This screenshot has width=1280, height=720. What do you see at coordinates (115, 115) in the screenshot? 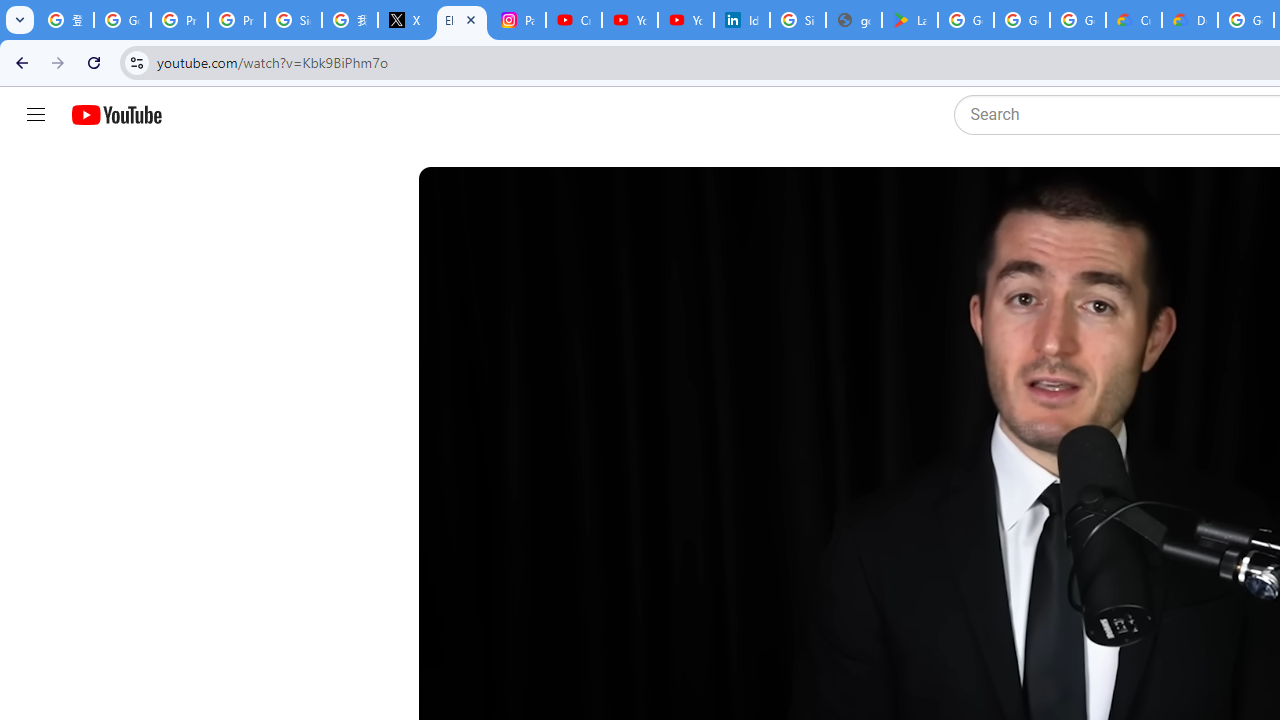
I see `'YouTube Home'` at bounding box center [115, 115].